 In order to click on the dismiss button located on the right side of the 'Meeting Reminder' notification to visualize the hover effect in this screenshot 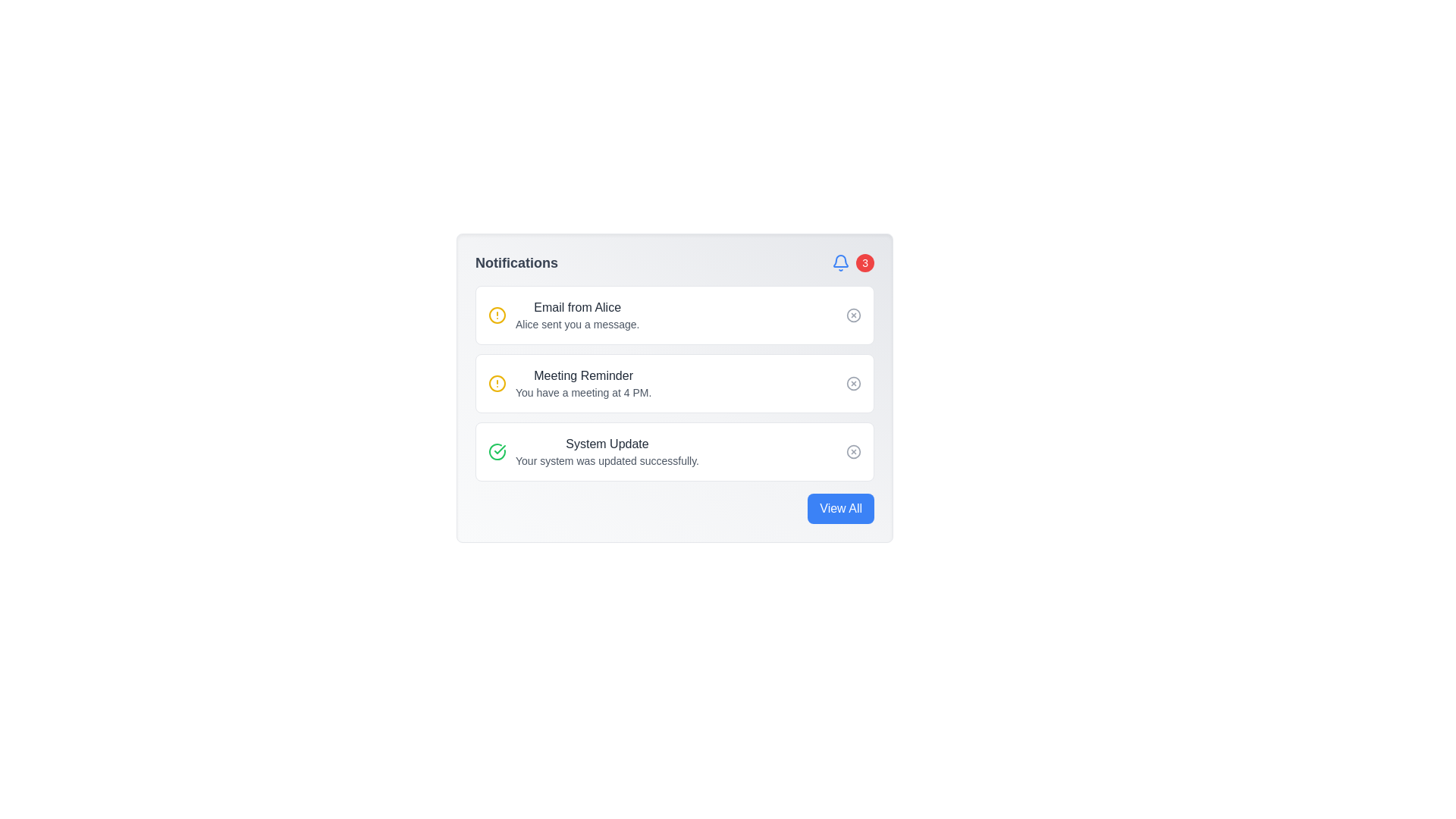, I will do `click(854, 382)`.